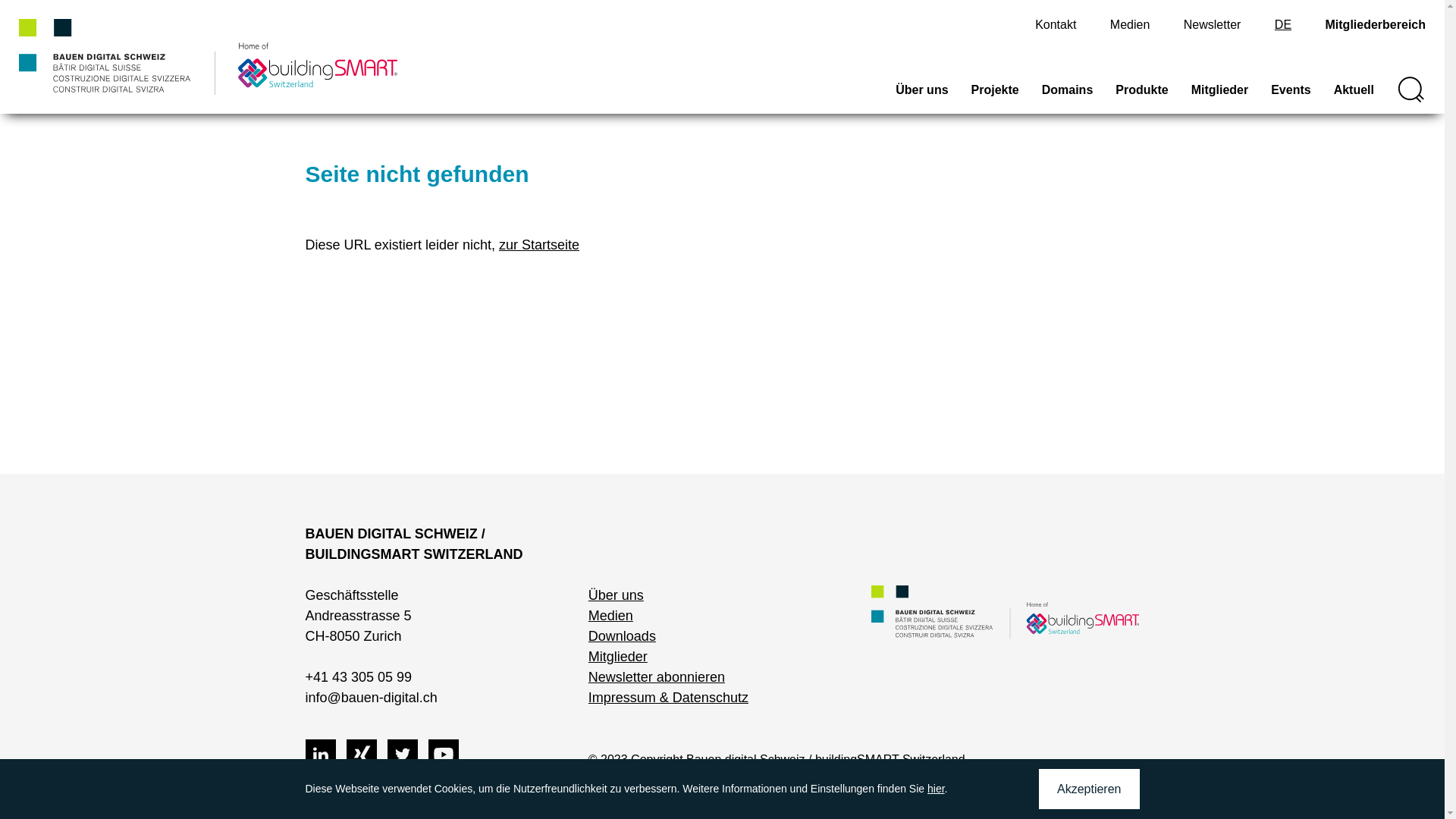  Describe the element at coordinates (1141, 96) in the screenshot. I see `'Produkte'` at that location.